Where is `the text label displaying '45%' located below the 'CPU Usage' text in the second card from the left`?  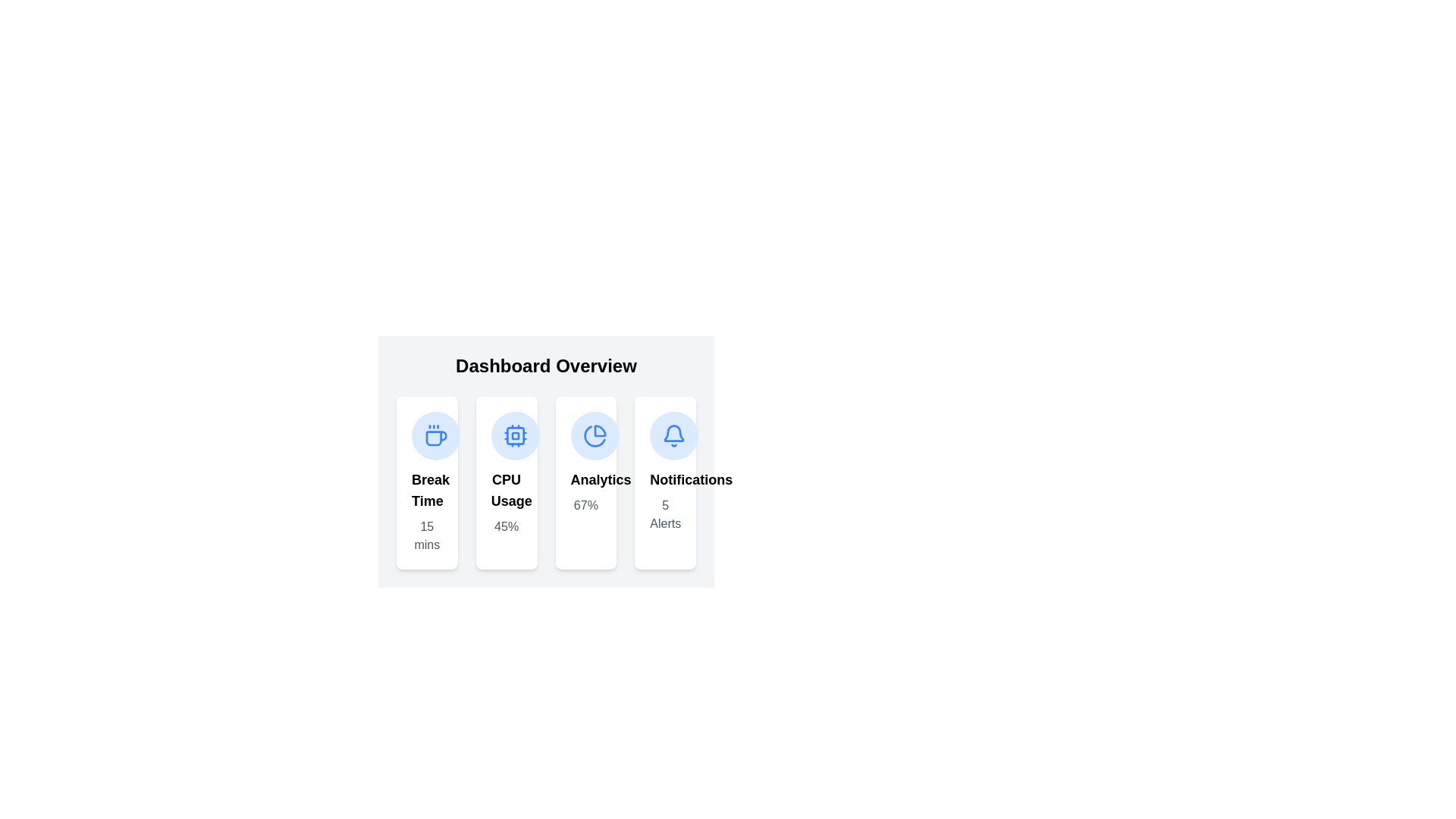 the text label displaying '45%' located below the 'CPU Usage' text in the second card from the left is located at coordinates (507, 526).